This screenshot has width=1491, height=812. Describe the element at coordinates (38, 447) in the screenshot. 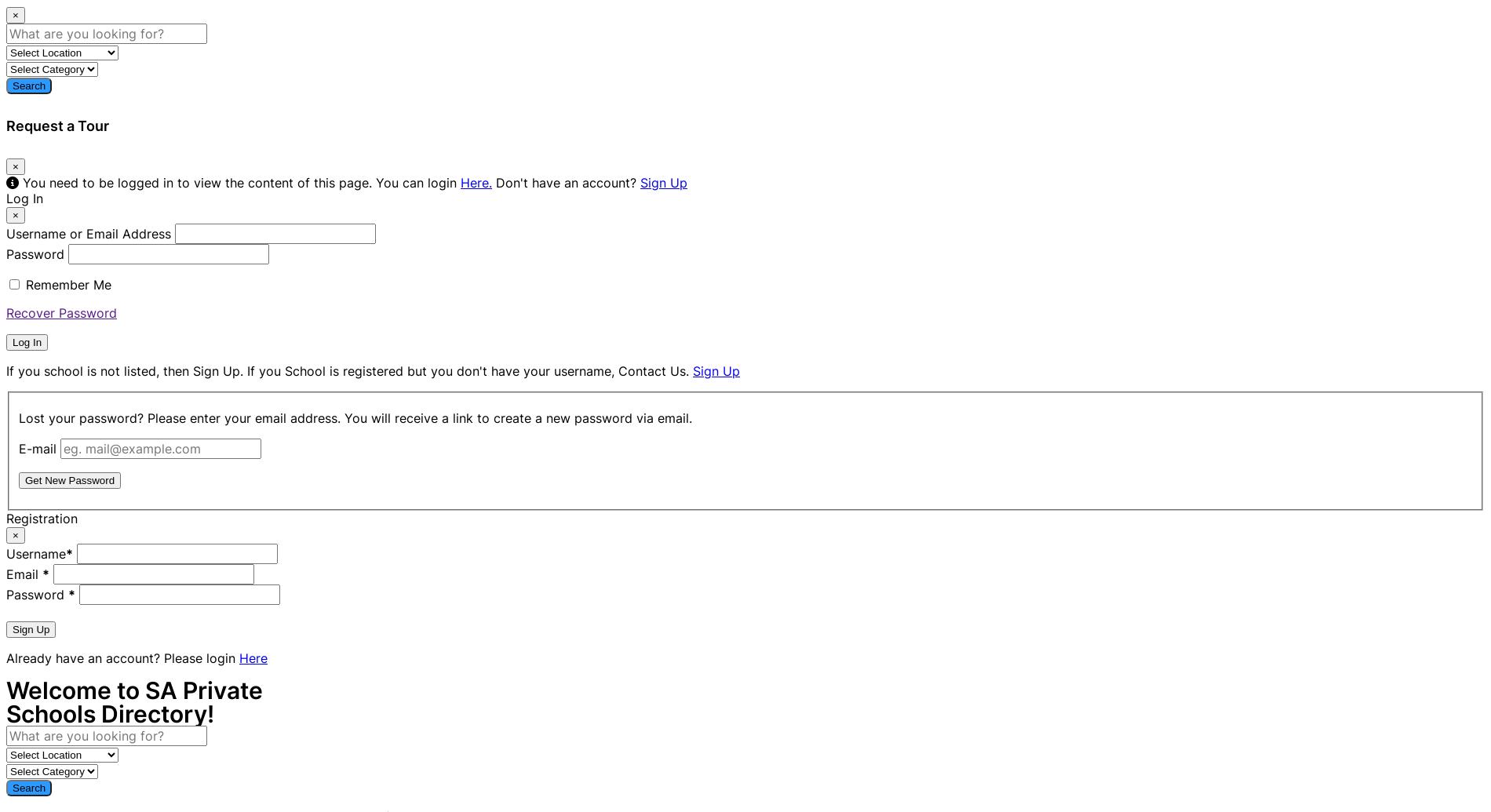

I see `'E-mail'` at that location.